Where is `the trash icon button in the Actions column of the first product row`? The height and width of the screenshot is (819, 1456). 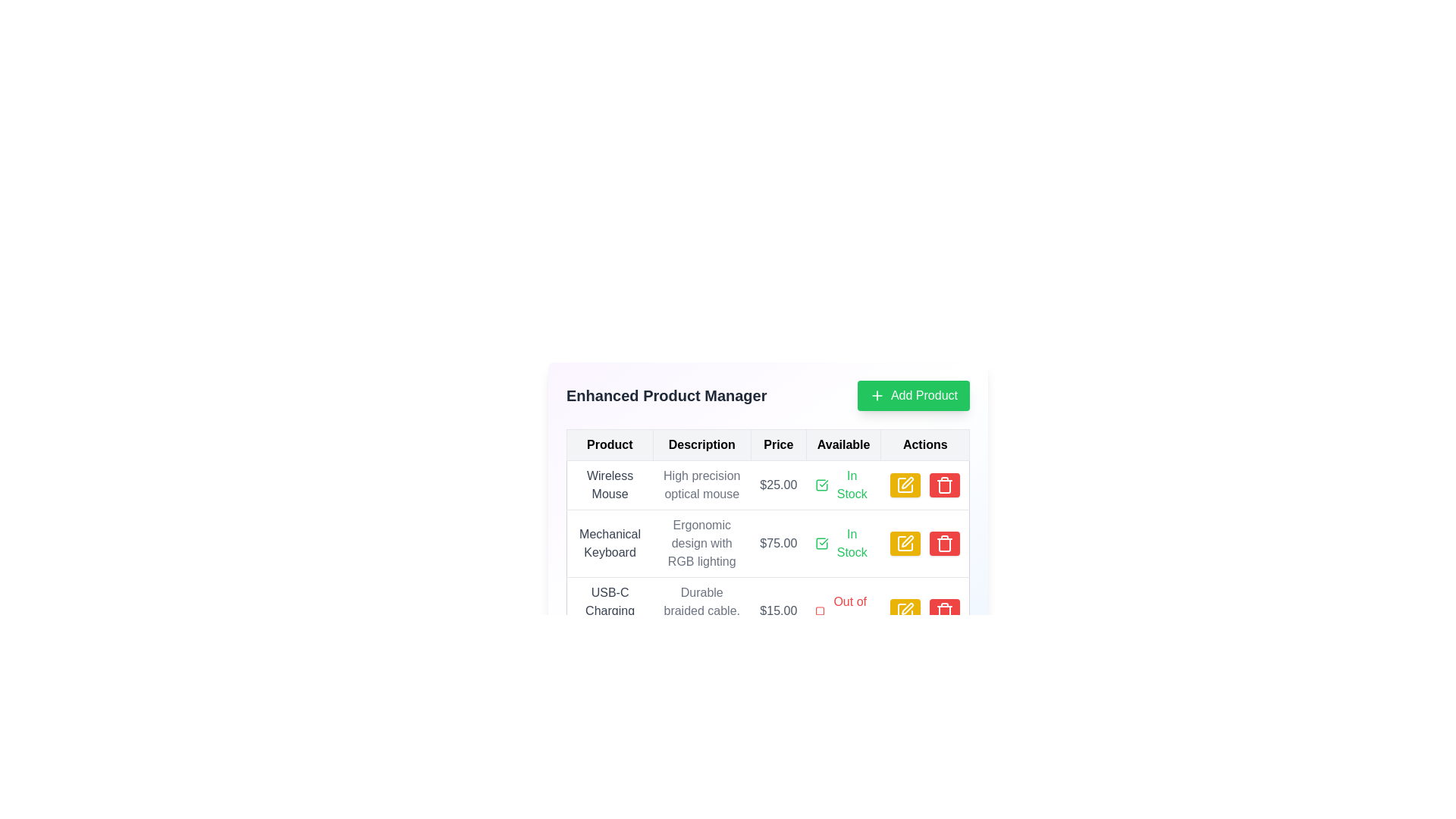
the trash icon button in the Actions column of the first product row is located at coordinates (943, 543).